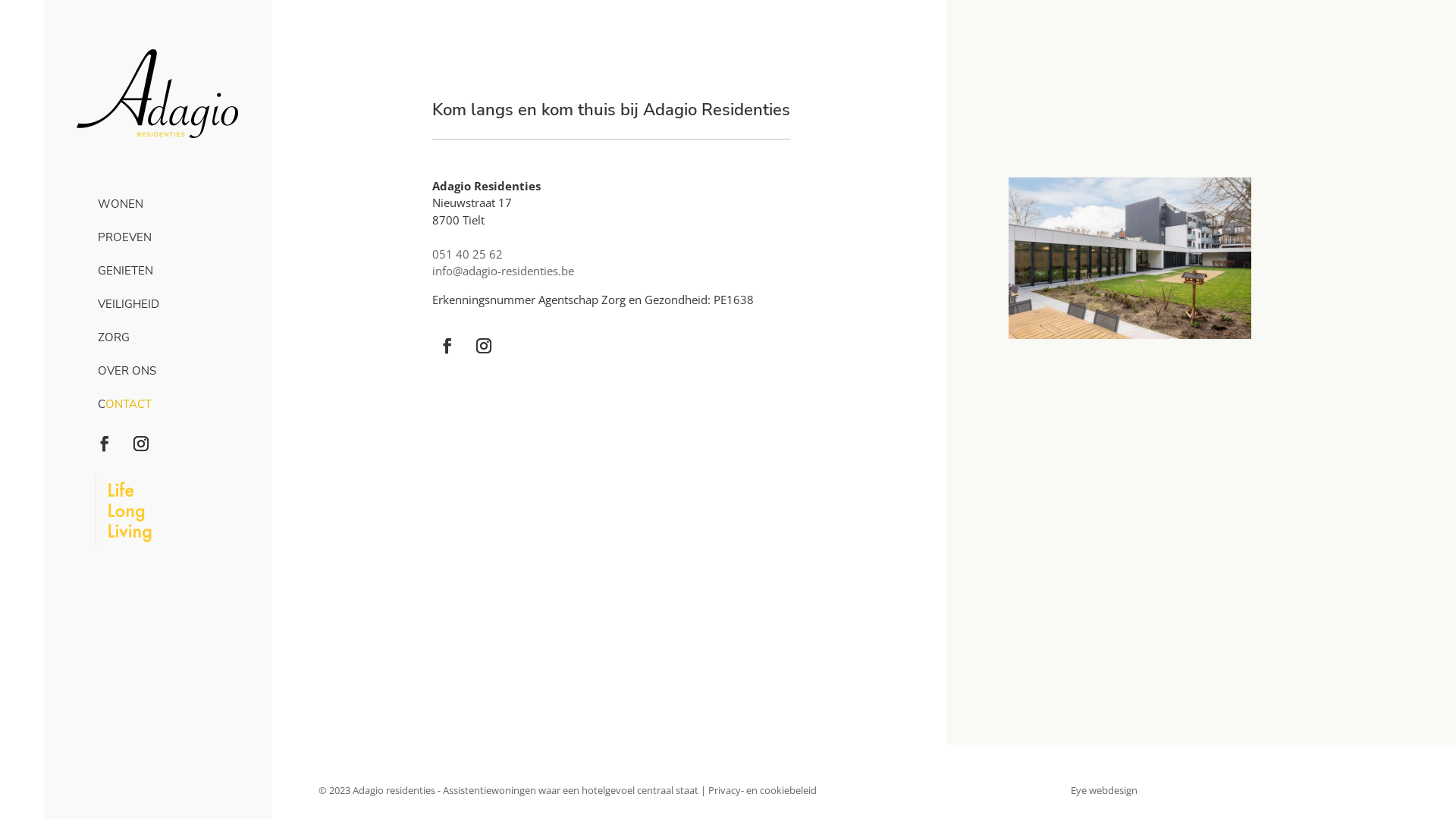  Describe the element at coordinates (157, 403) in the screenshot. I see `'CONTACT'` at that location.